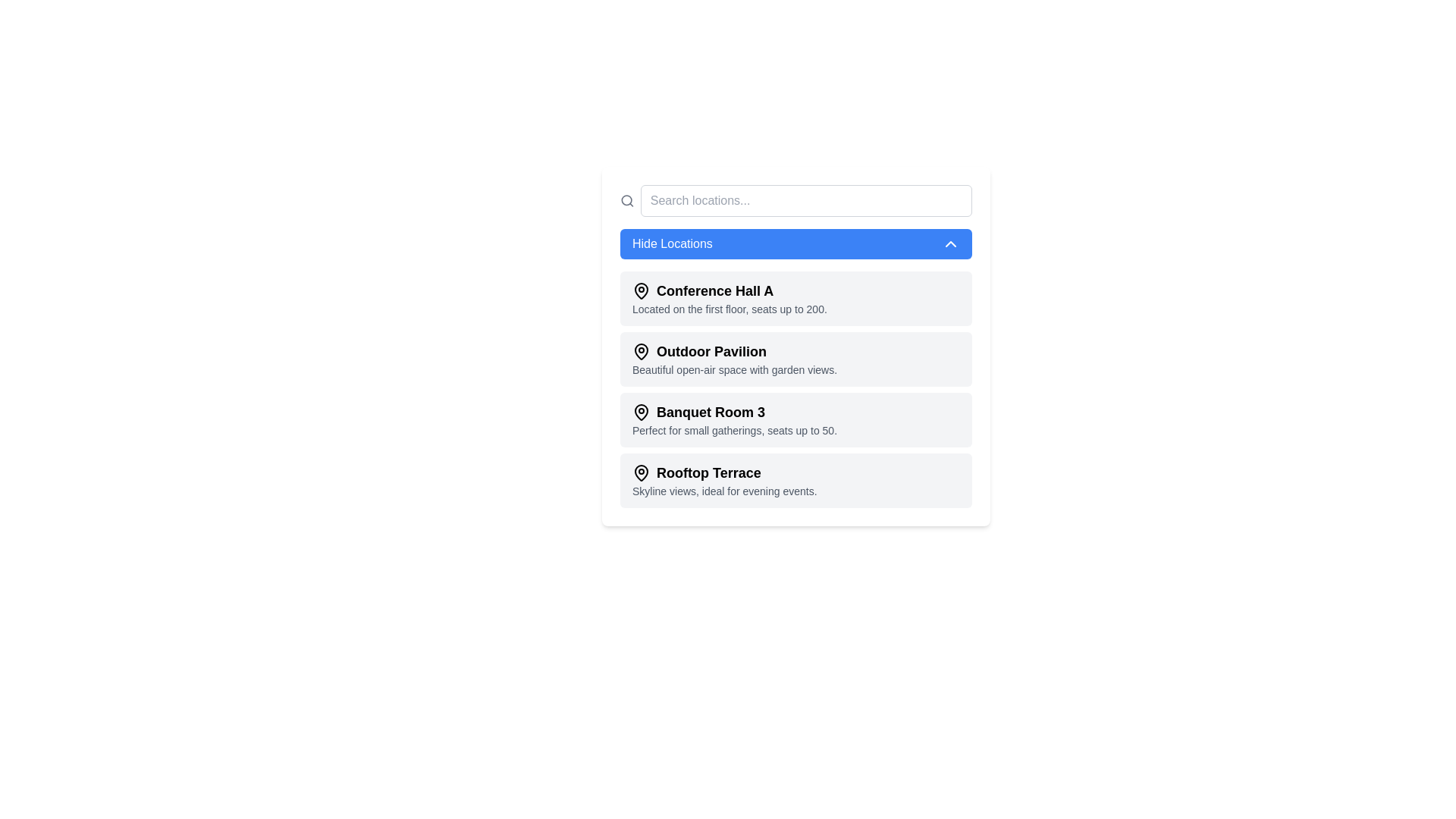 This screenshot has width=1456, height=819. I want to click on the location feature icon associated with the text label 'Conference Hall A', which is positioned to the immediate left of the label, so click(641, 291).